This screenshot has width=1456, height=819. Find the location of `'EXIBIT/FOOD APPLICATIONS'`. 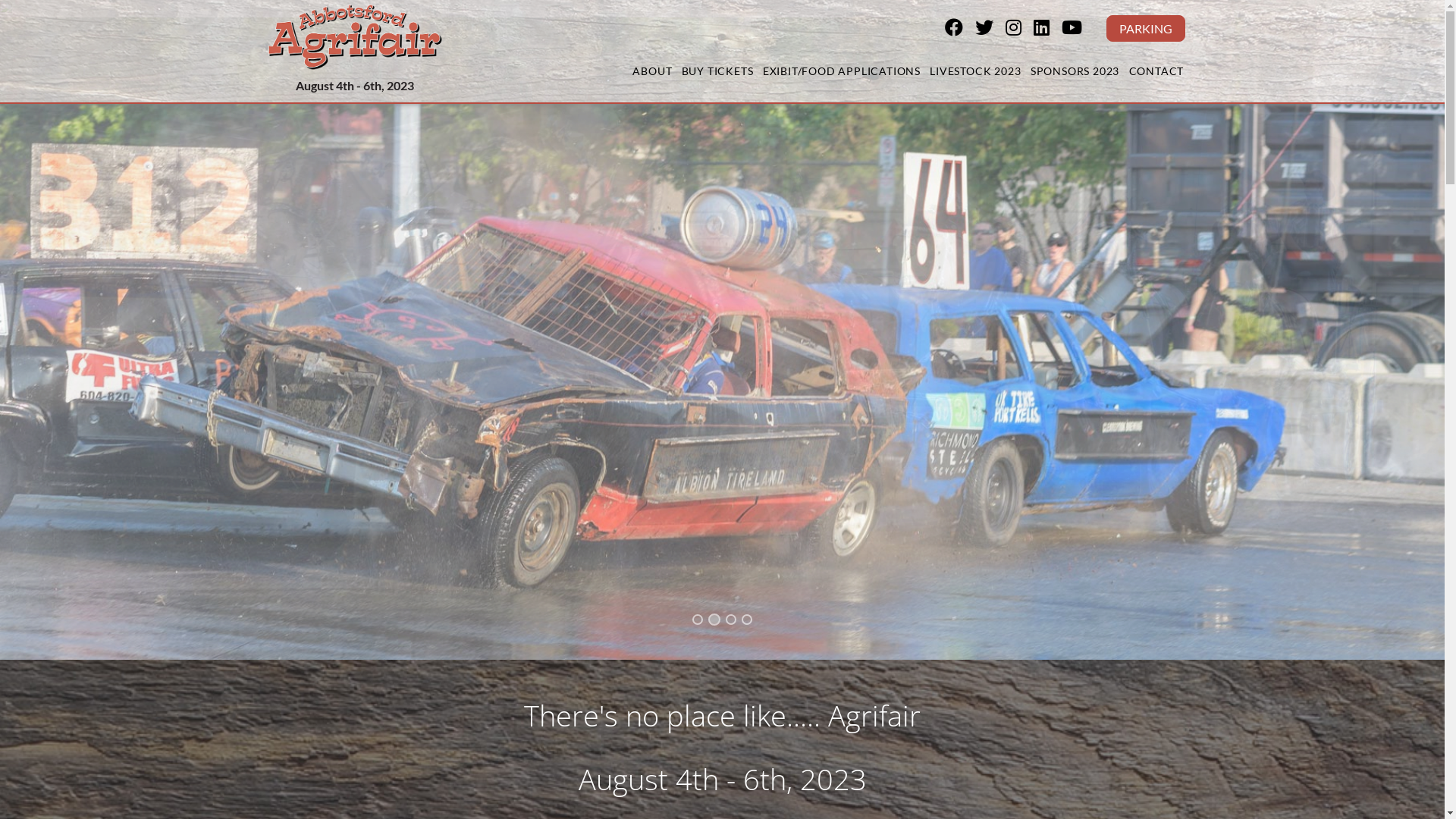

'EXIBIT/FOOD APPLICATIONS' is located at coordinates (840, 72).